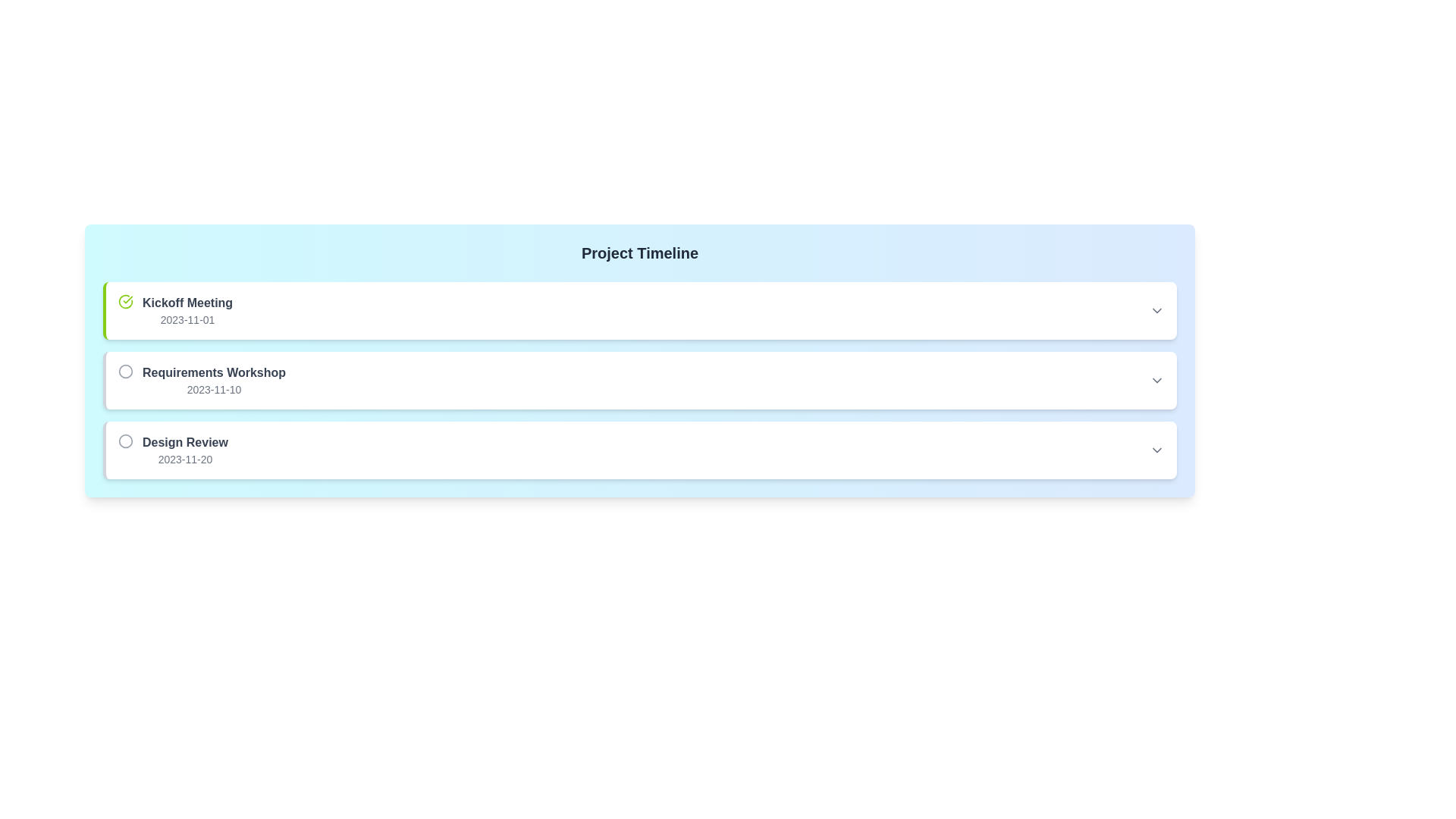 The width and height of the screenshot is (1456, 819). What do you see at coordinates (126, 301) in the screenshot?
I see `the icon that visually indicates the completion of the 'Kickoff Meeting', located to the left of the text 'Kickoff Meeting'` at bounding box center [126, 301].